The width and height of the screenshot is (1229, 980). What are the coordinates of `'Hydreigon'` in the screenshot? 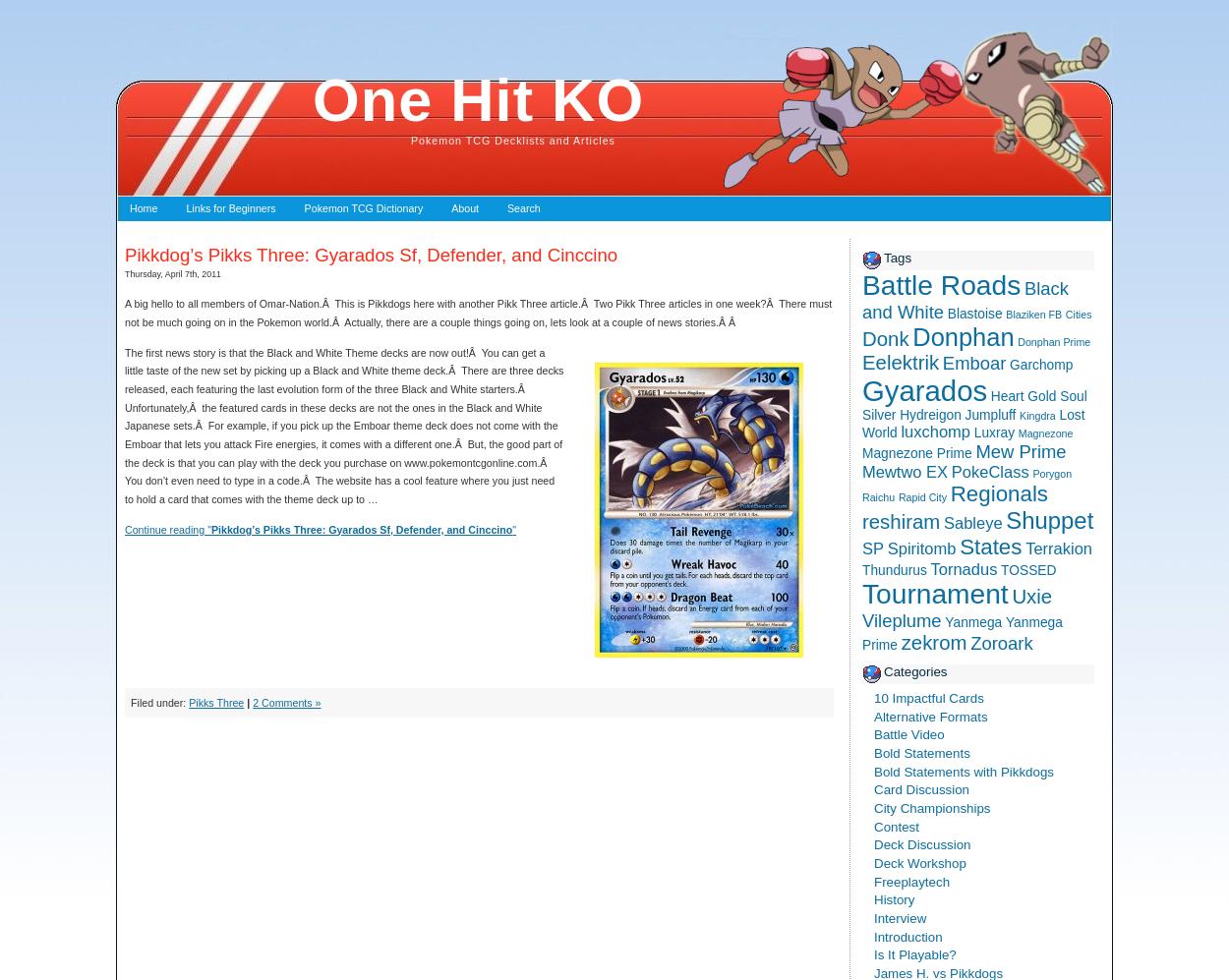 It's located at (900, 414).